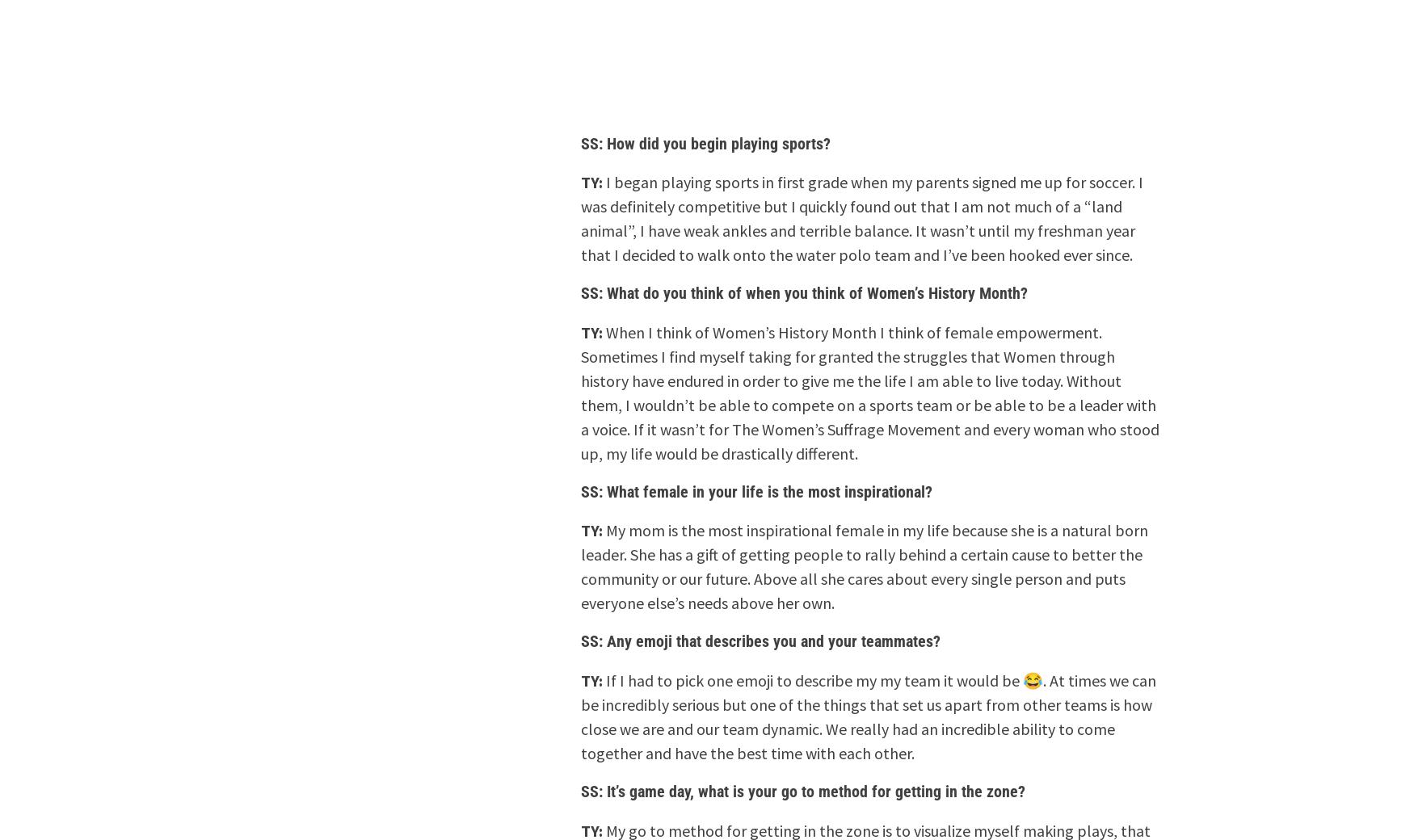 The width and height of the screenshot is (1414, 840). What do you see at coordinates (581, 143) in the screenshot?
I see `'SS: How did you begin playing sports?'` at bounding box center [581, 143].